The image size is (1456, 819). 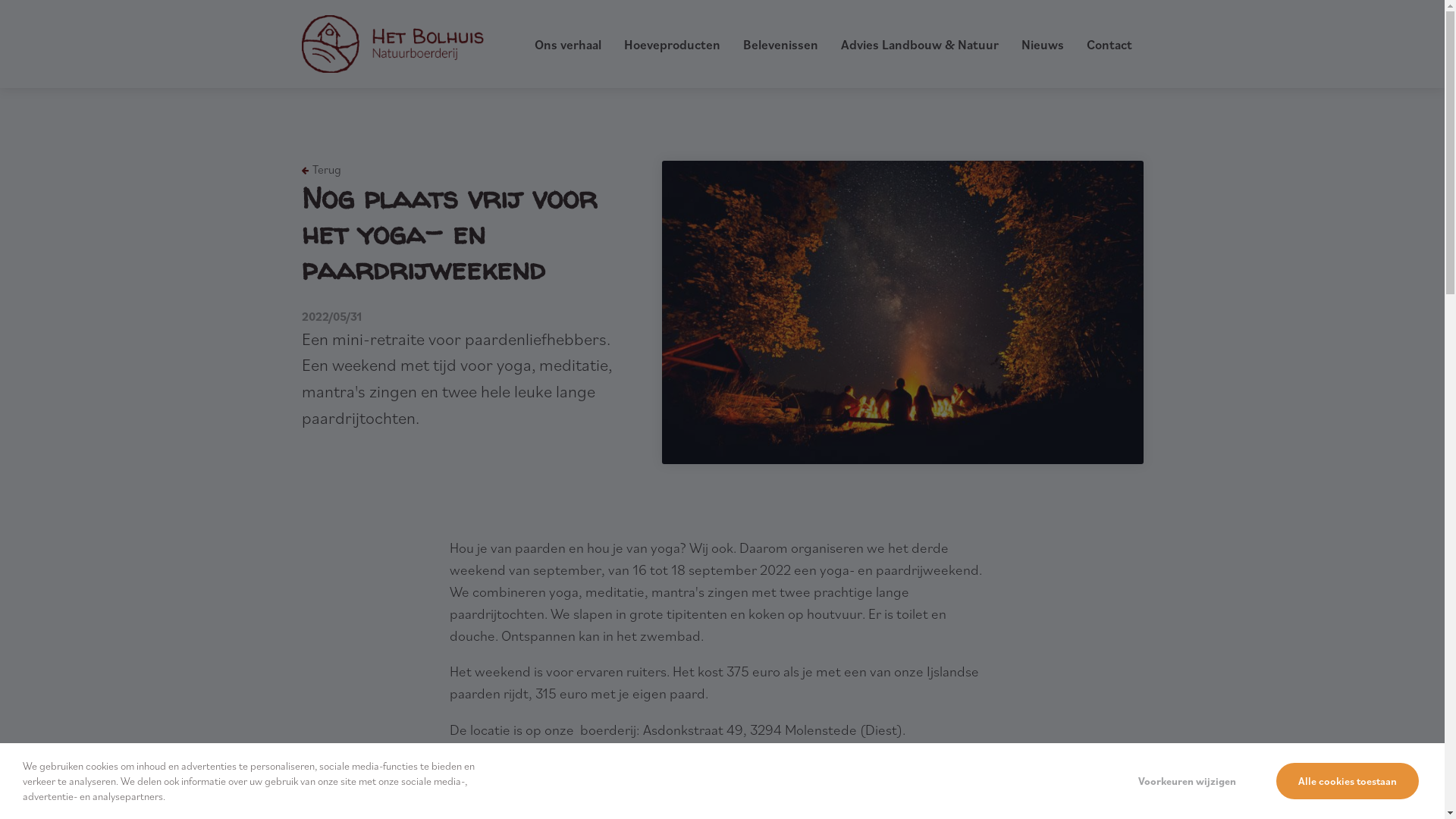 I want to click on 'Belevenissen', so click(x=780, y=43).